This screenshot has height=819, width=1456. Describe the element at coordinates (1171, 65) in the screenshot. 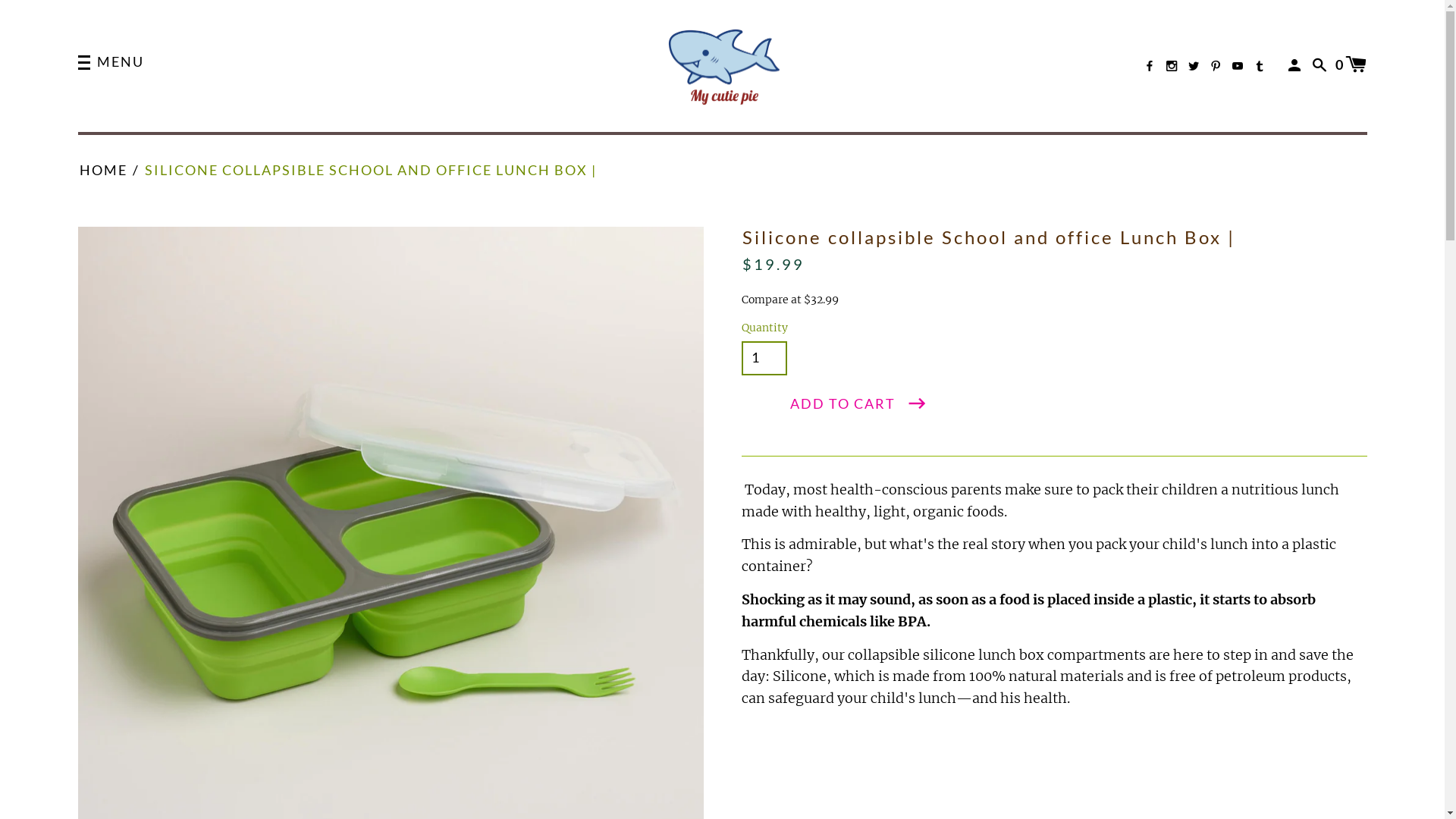

I see `'My Cutie Pie on Instagram'` at that location.